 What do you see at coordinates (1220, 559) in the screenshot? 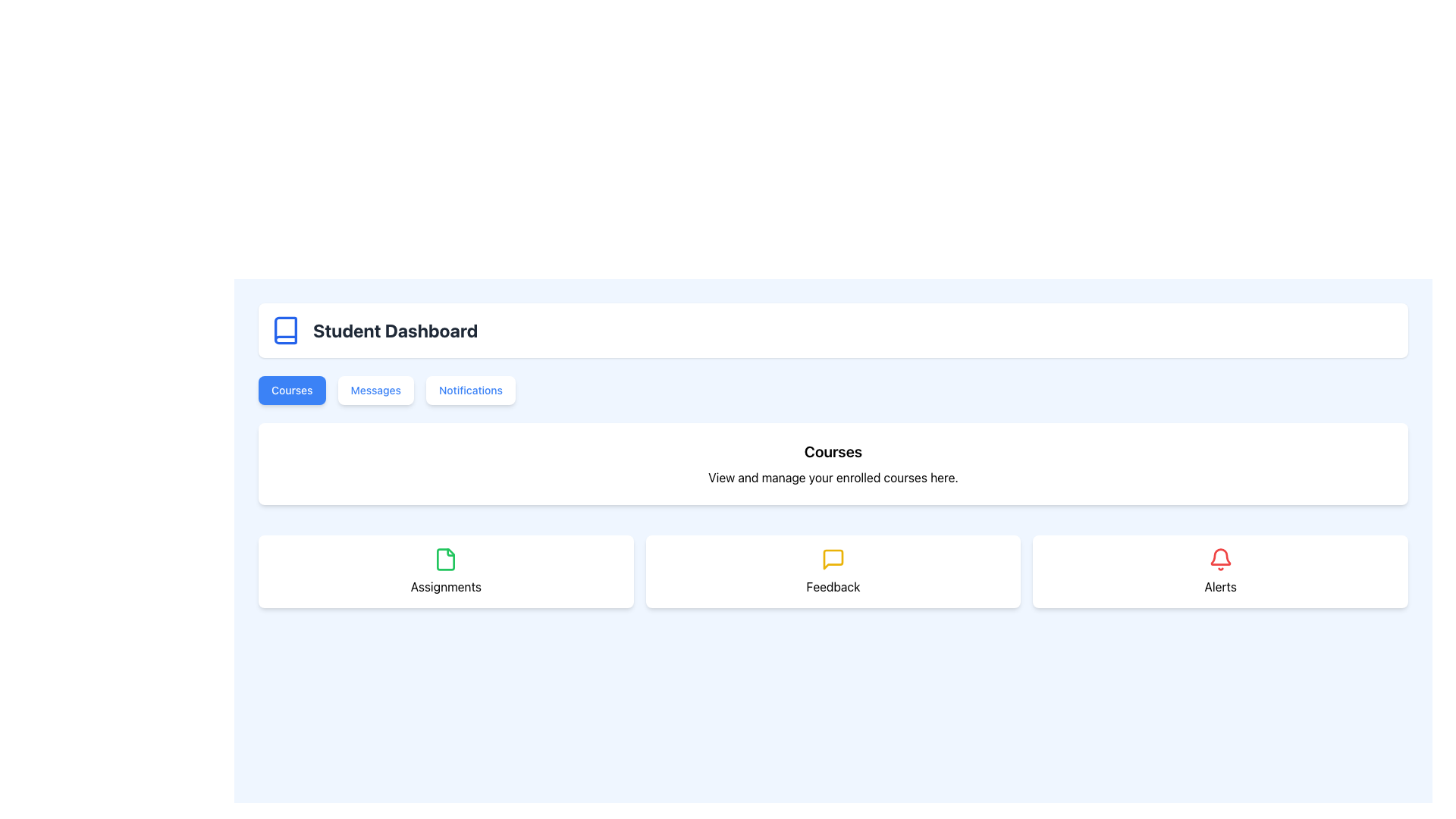
I see `the alert icon located at the top center of the 'Alerts' card in the bottom-right section of the grid` at bounding box center [1220, 559].